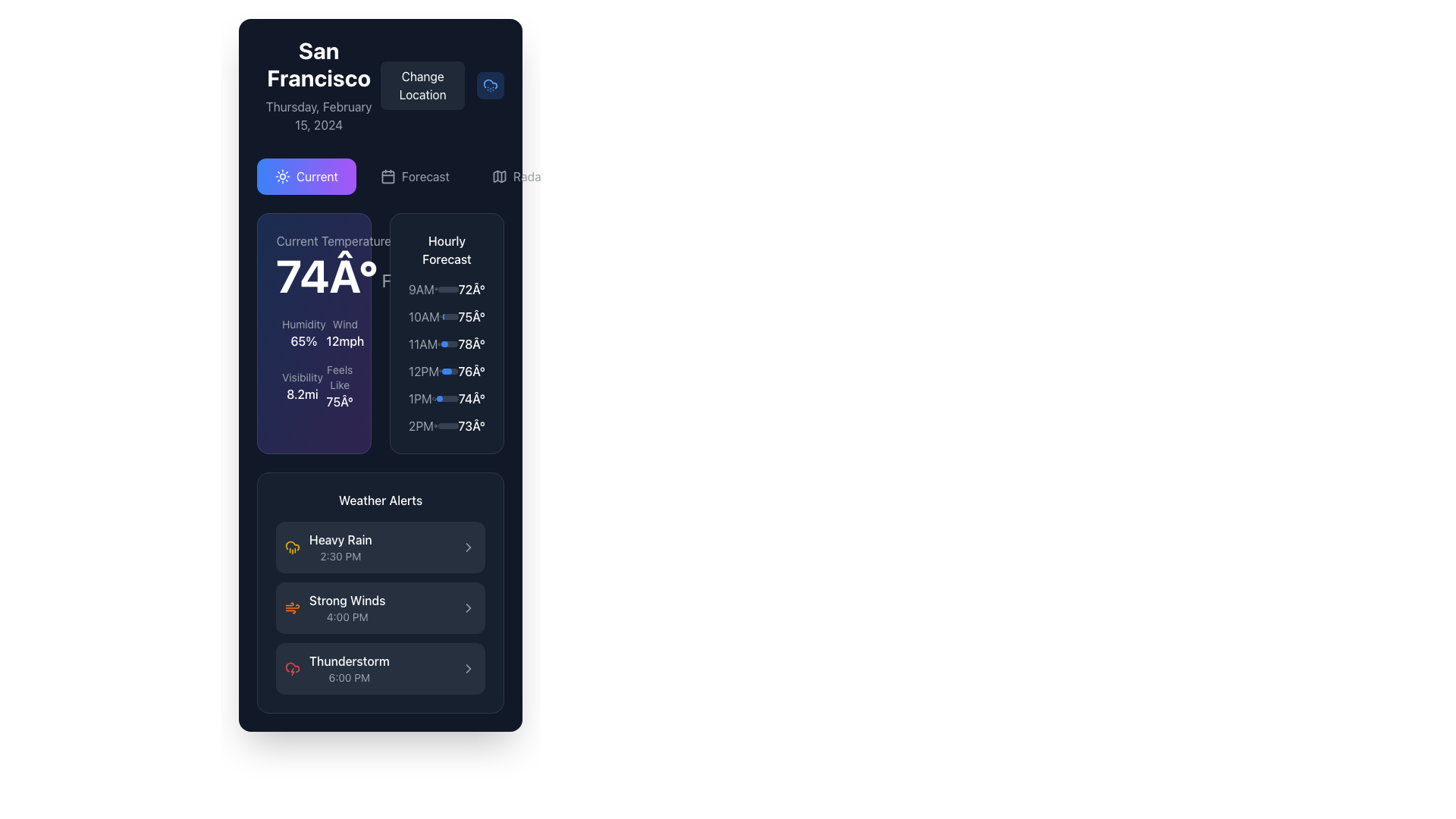 The width and height of the screenshot is (1456, 819). Describe the element at coordinates (491, 85) in the screenshot. I see `the button with a light blue cloud icon and snowflakes, located to the right of the 'Change Location' button, to activate hover effects` at that location.